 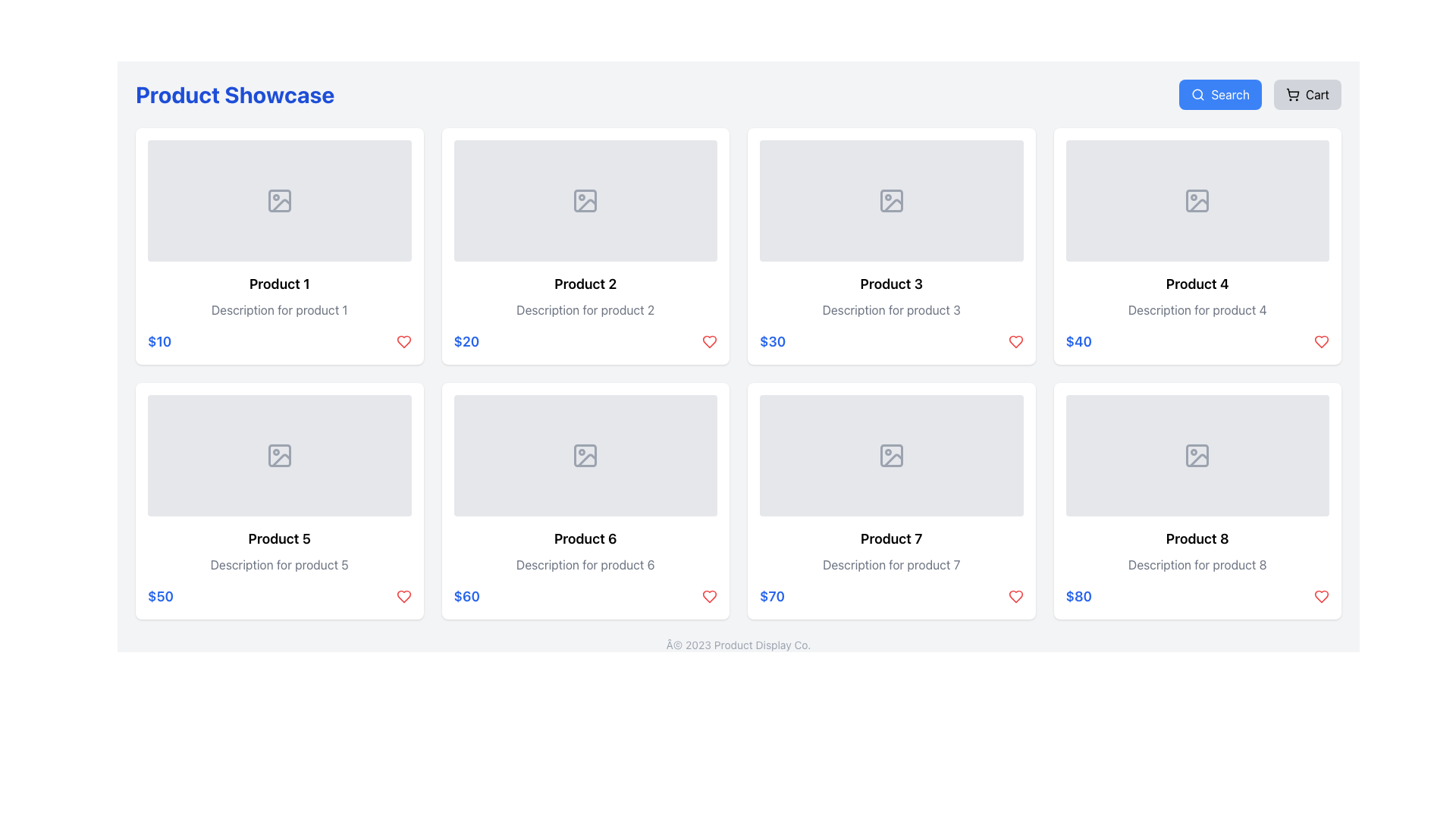 What do you see at coordinates (160, 595) in the screenshot?
I see `the price indicator text label for 'Product 5', located at the bottom-left corner of the product card, adjacent to the heart-shaped icon` at bounding box center [160, 595].